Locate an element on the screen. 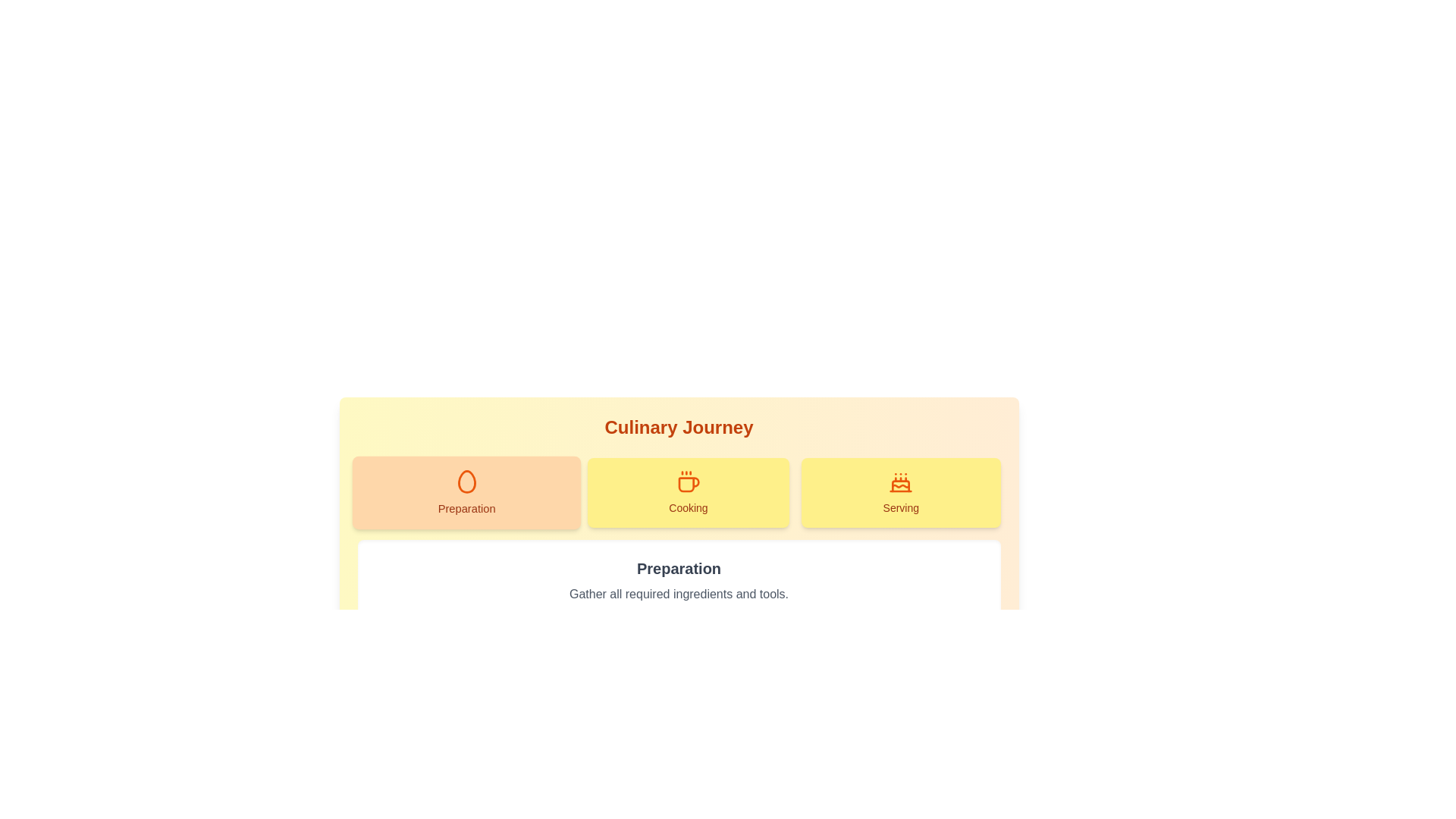 This screenshot has height=819, width=1456. the Card element titled 'Cooking', which features a yellow background, an orange coffee cup icon at the top, and orange text below it, located centrally among three horizontally aligned boxes in the 'Culinary Journey' section is located at coordinates (687, 493).